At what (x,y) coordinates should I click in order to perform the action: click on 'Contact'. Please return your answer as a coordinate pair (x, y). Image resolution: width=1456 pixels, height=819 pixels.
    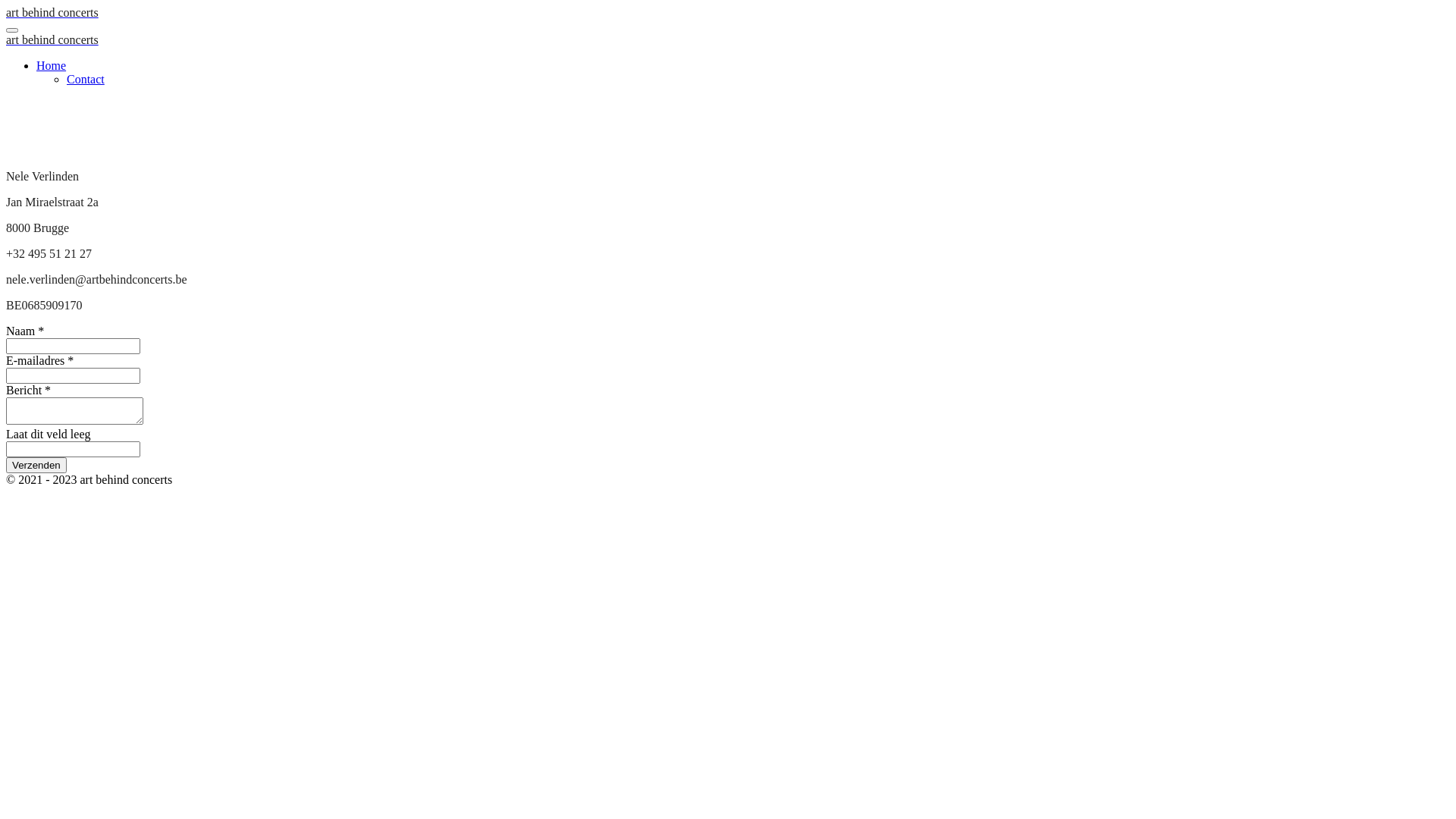
    Looking at the image, I should click on (85, 79).